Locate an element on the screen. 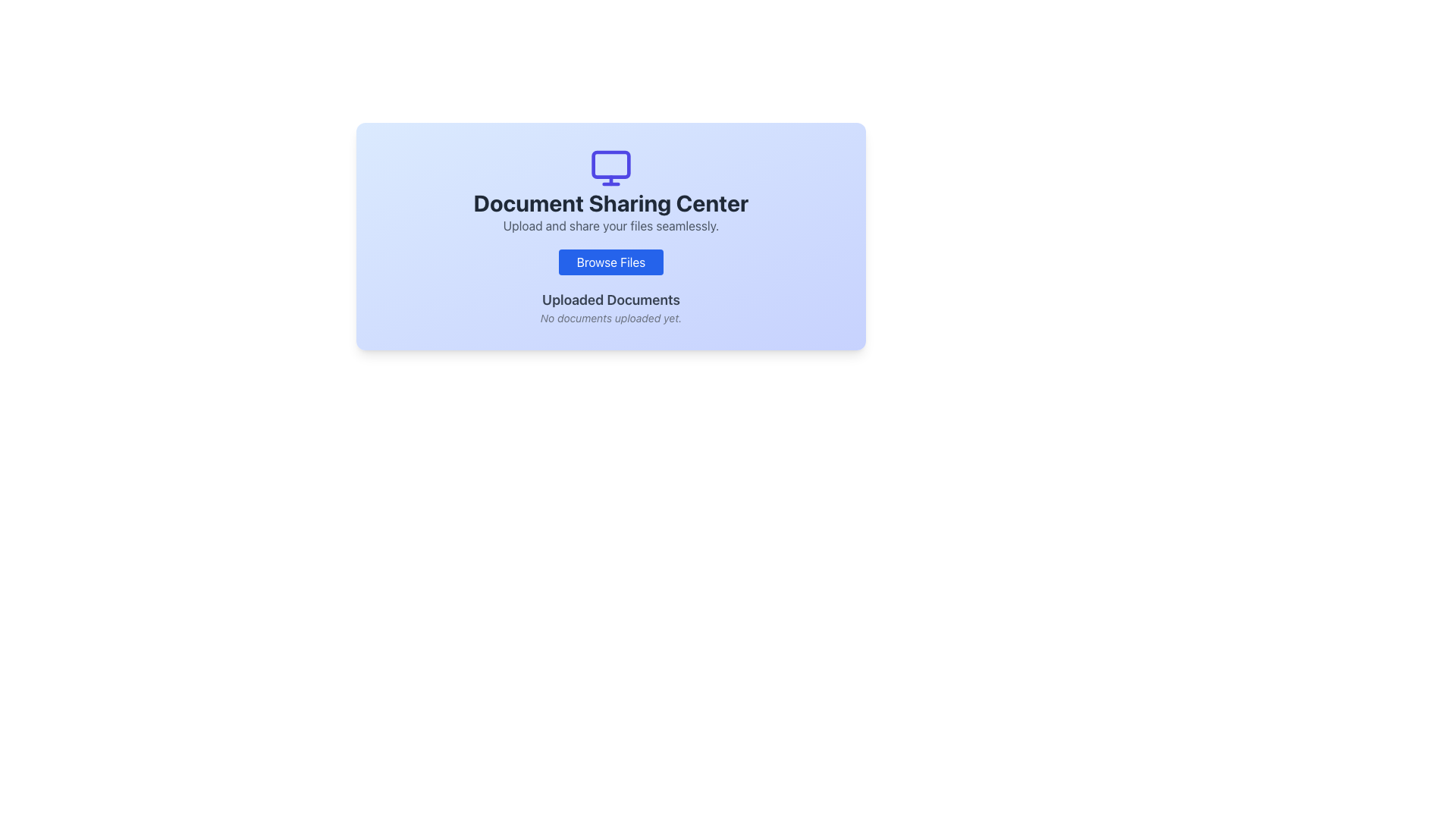 The width and height of the screenshot is (1456, 819). the text element that reads 'Document Sharing Center', which is styled in a bold, large dark gray font against a light blue background, positioned below a monitor icon and above the description text is located at coordinates (611, 202).